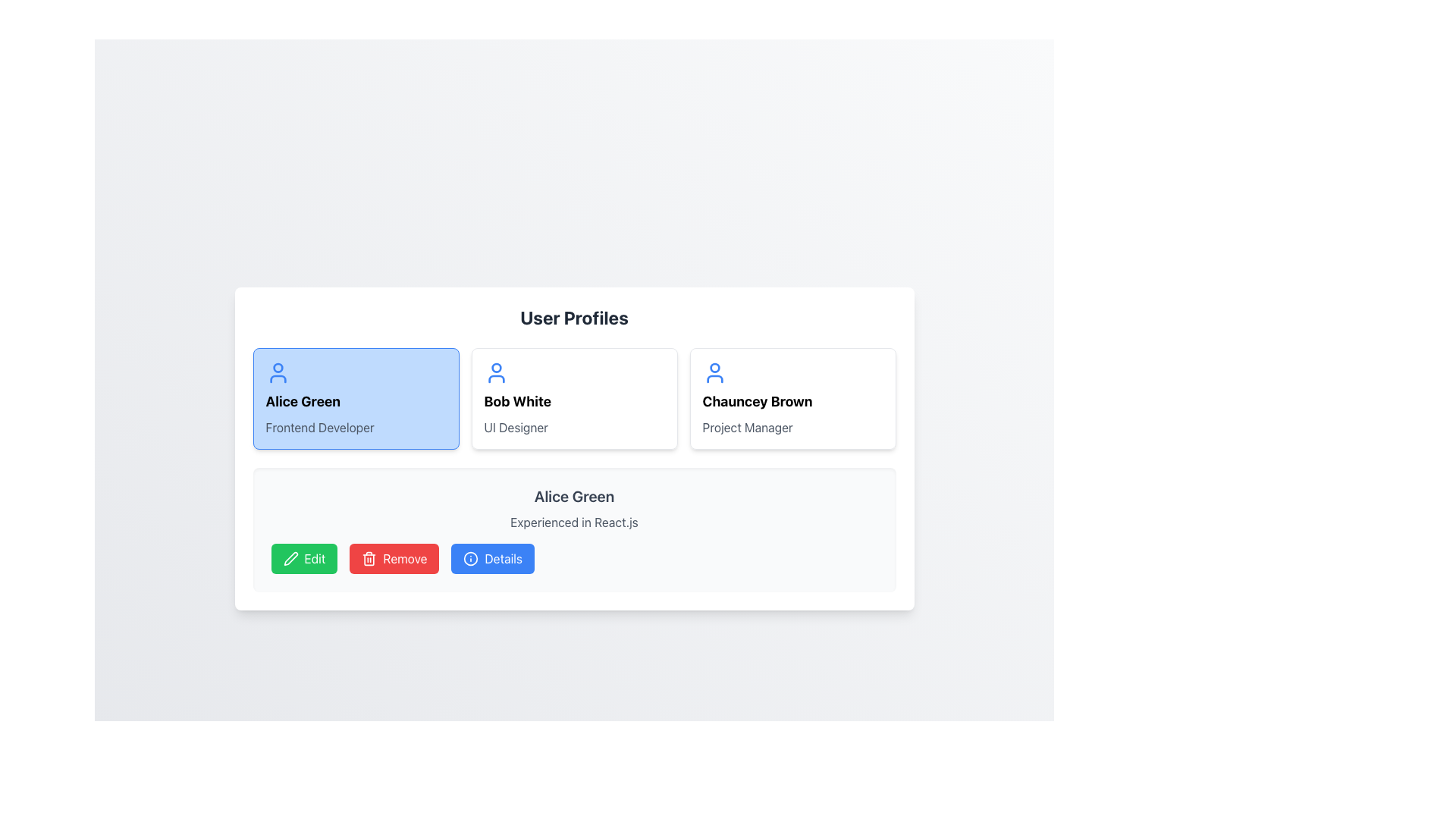 This screenshot has height=819, width=1456. I want to click on the Text Label displaying 'React.js' below the 'Alice Green' label, which provides context about the user's expertise, so click(573, 522).